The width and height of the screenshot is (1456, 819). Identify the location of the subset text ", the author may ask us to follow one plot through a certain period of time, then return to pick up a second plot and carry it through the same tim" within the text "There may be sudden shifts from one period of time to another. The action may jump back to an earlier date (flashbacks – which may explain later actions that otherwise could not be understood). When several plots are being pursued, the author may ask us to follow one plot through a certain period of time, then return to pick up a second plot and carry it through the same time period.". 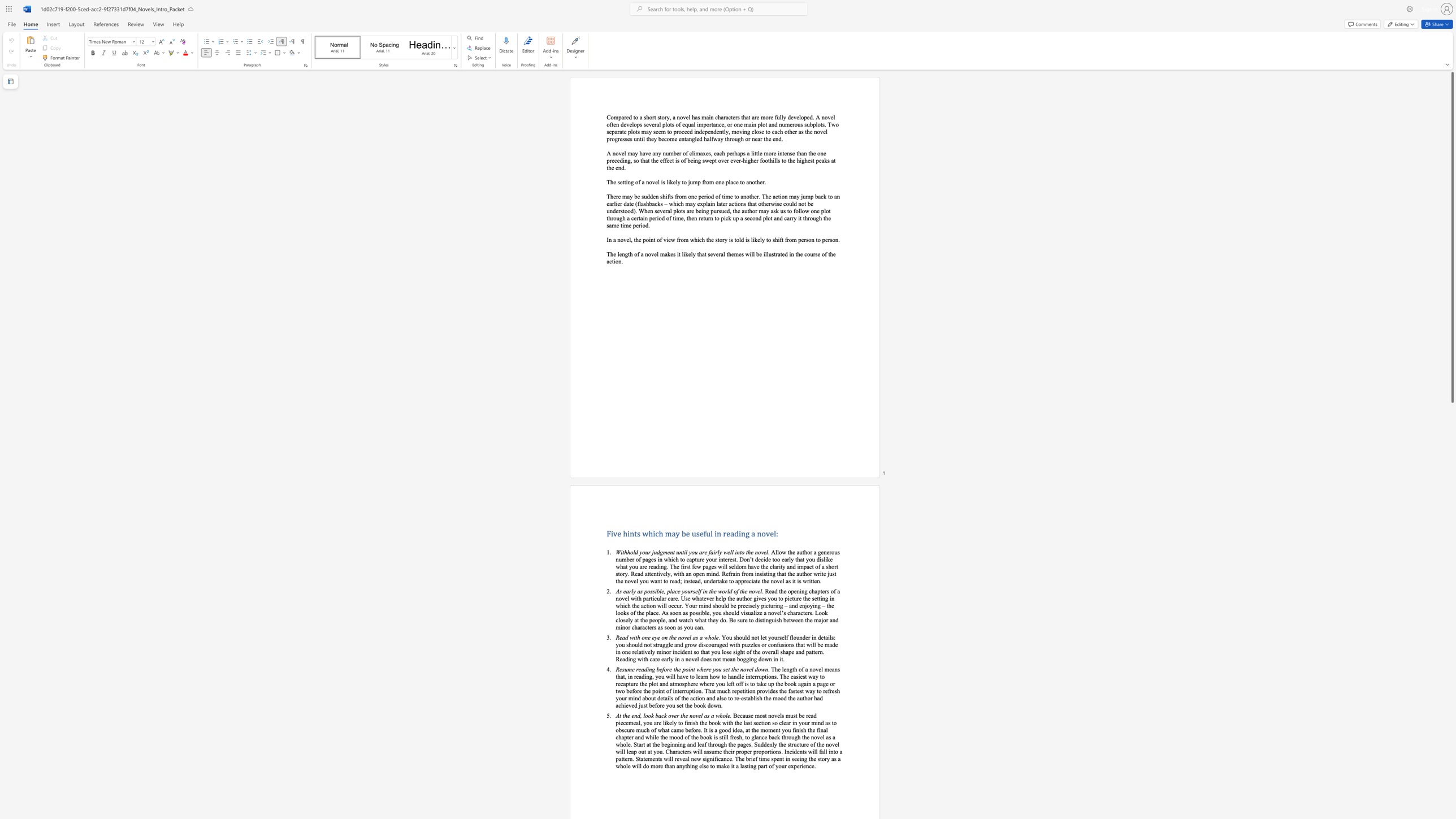
(730, 210).